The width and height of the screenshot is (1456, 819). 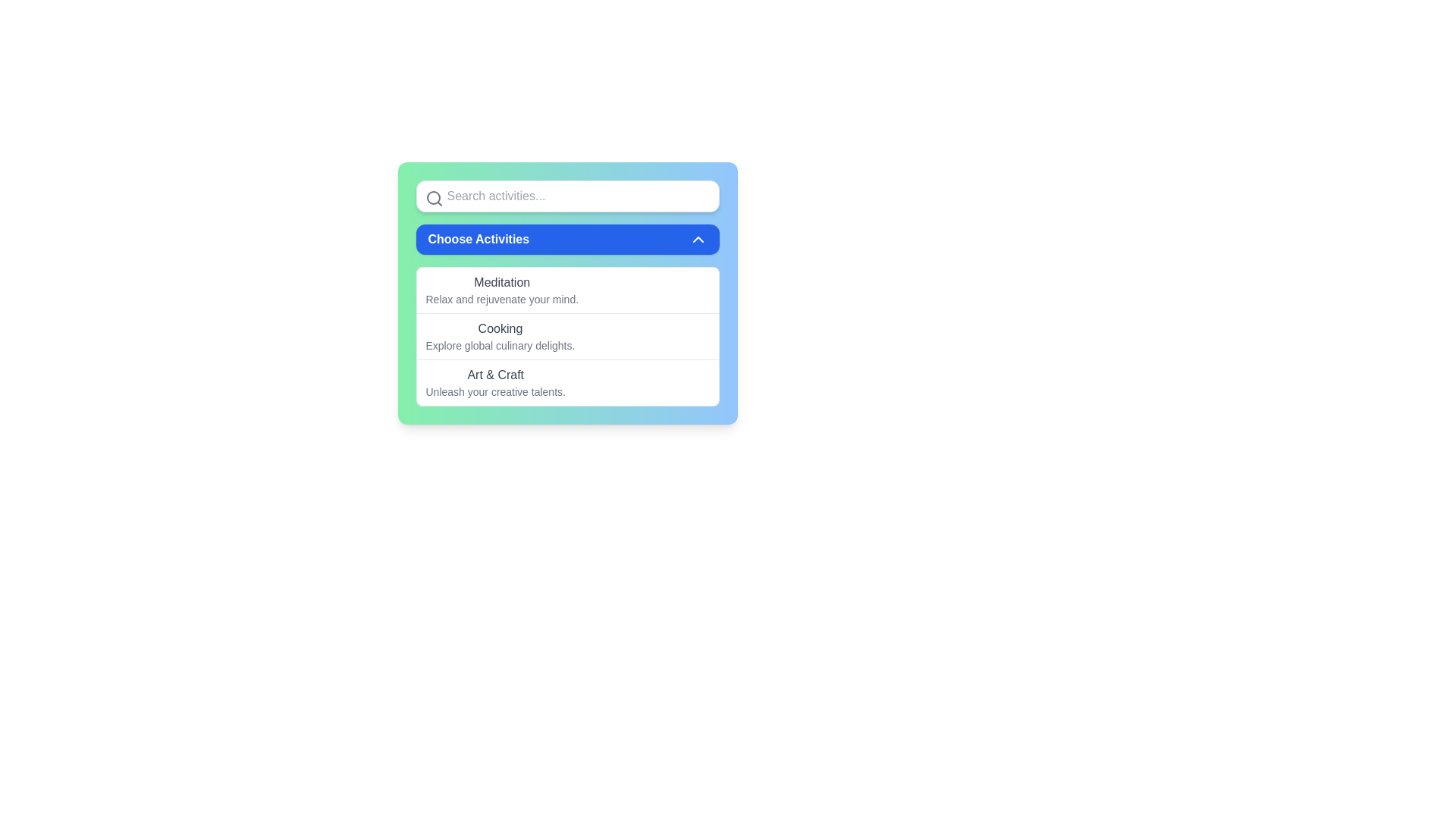 What do you see at coordinates (433, 198) in the screenshot?
I see `the search icon resembling a magnifying glass, which is positioned to the left of the text input field labeled 'Search activities...'` at bounding box center [433, 198].